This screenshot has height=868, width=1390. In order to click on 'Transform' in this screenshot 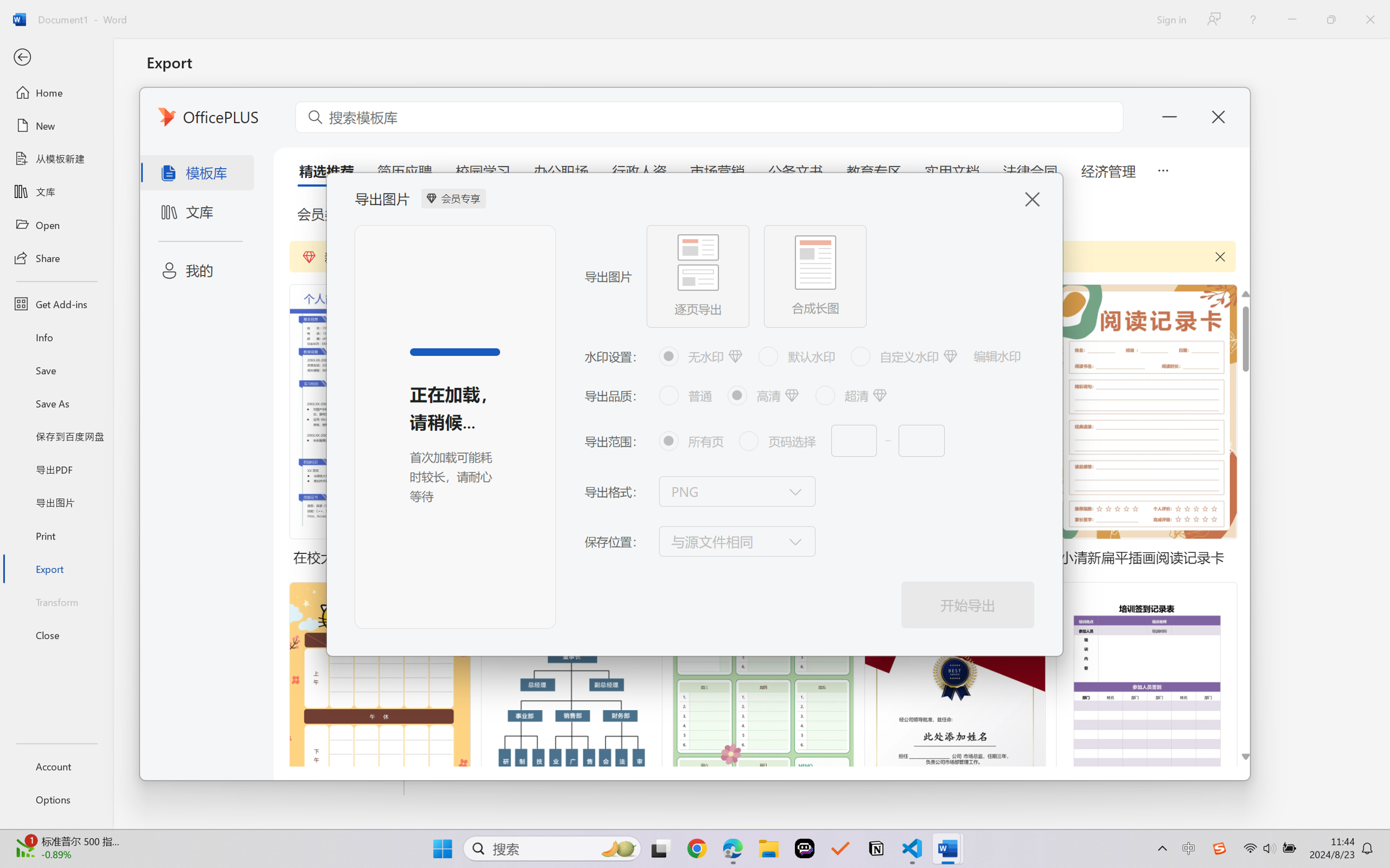, I will do `click(56, 600)`.